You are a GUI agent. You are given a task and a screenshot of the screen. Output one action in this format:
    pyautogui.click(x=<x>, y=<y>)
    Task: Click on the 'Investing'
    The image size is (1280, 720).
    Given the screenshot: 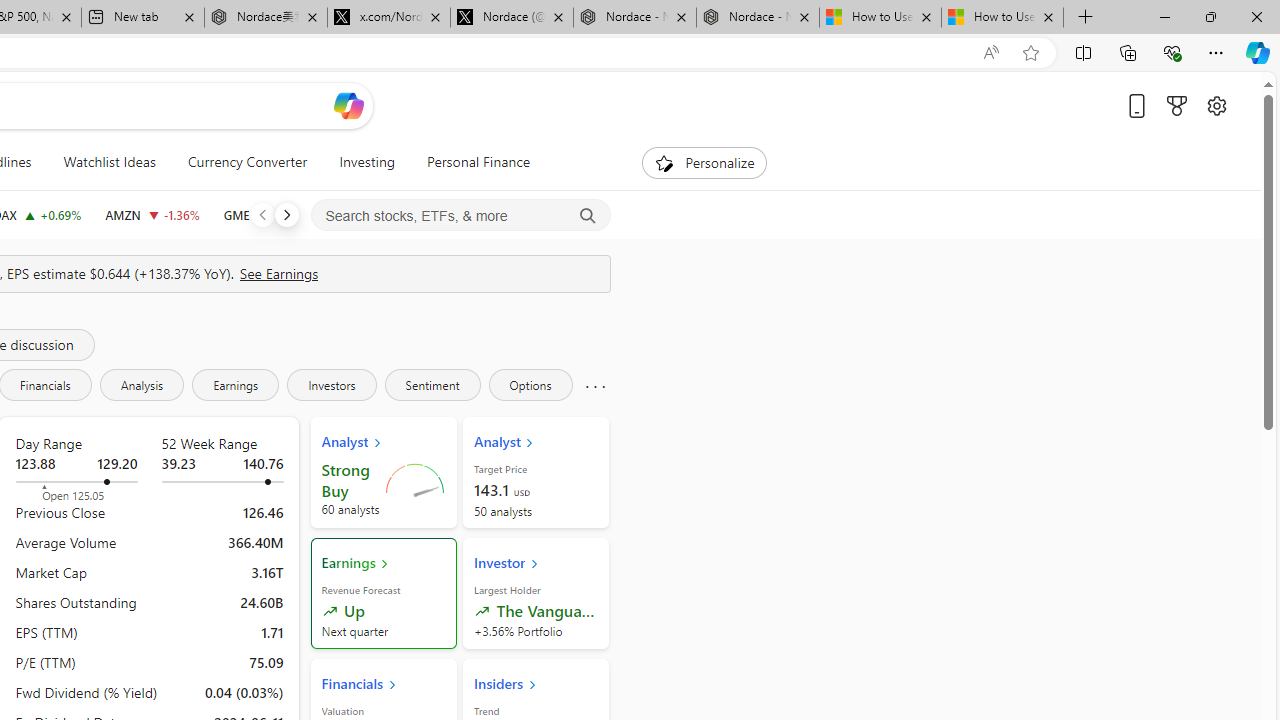 What is the action you would take?
    pyautogui.click(x=367, y=162)
    